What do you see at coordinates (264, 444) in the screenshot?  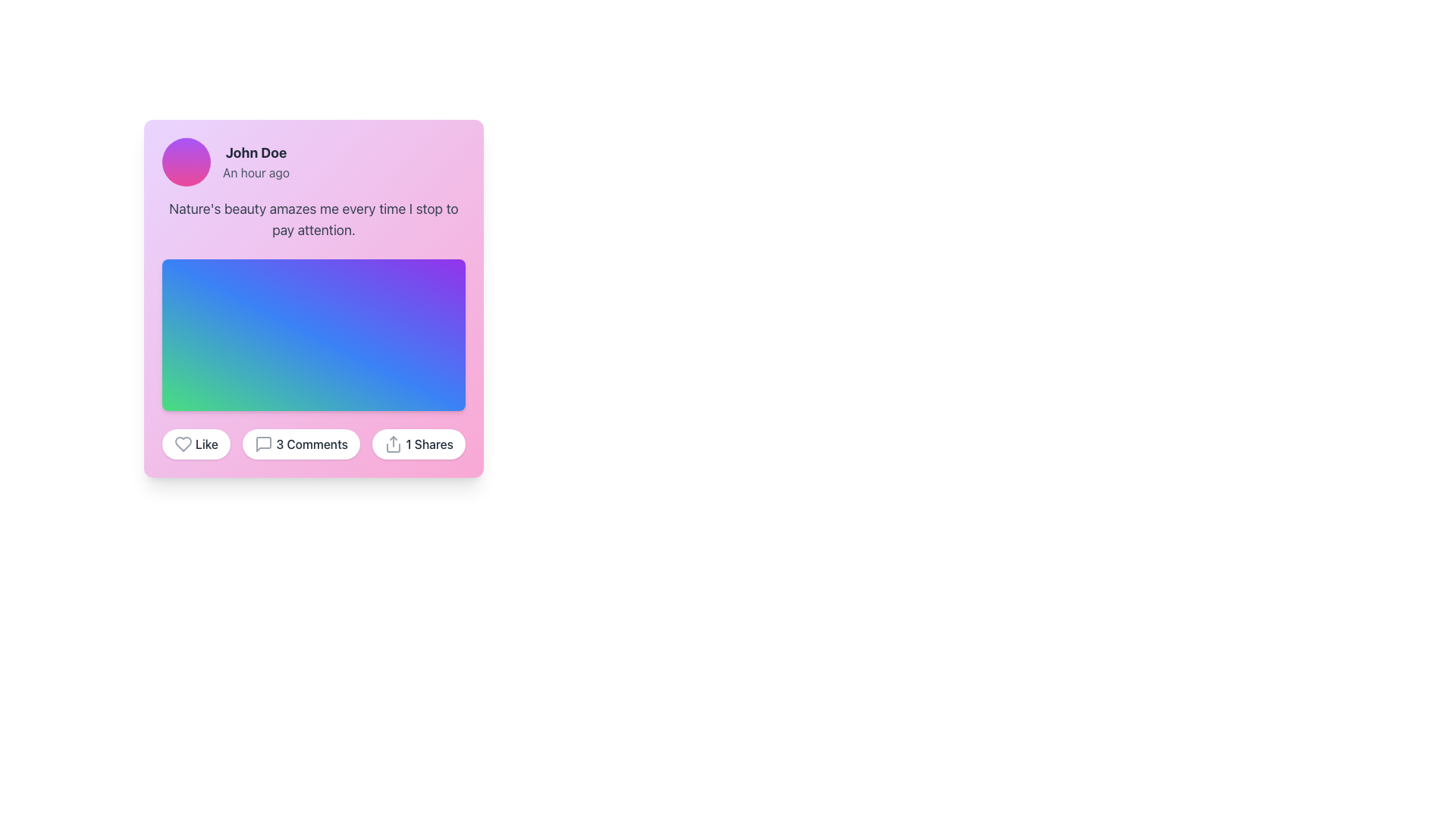 I see `the speech bubble icon in the action control bar labeled '3 Comments' located under a post` at bounding box center [264, 444].